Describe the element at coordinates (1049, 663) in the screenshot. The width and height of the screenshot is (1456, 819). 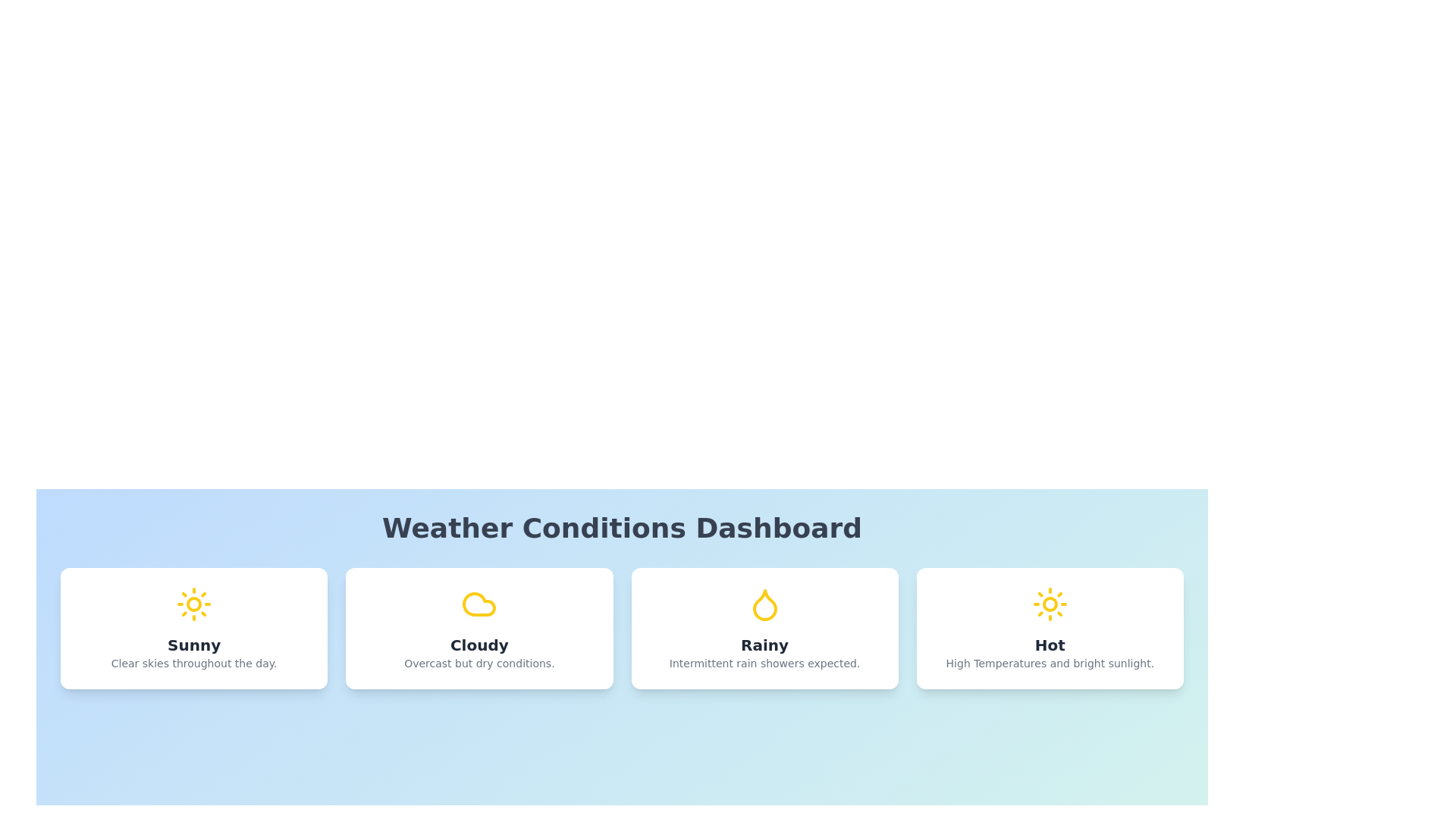
I see `the text label that reads 'High Temperatures and bright sunlight.' located under the title 'Hot' within the white rectangular card` at that location.